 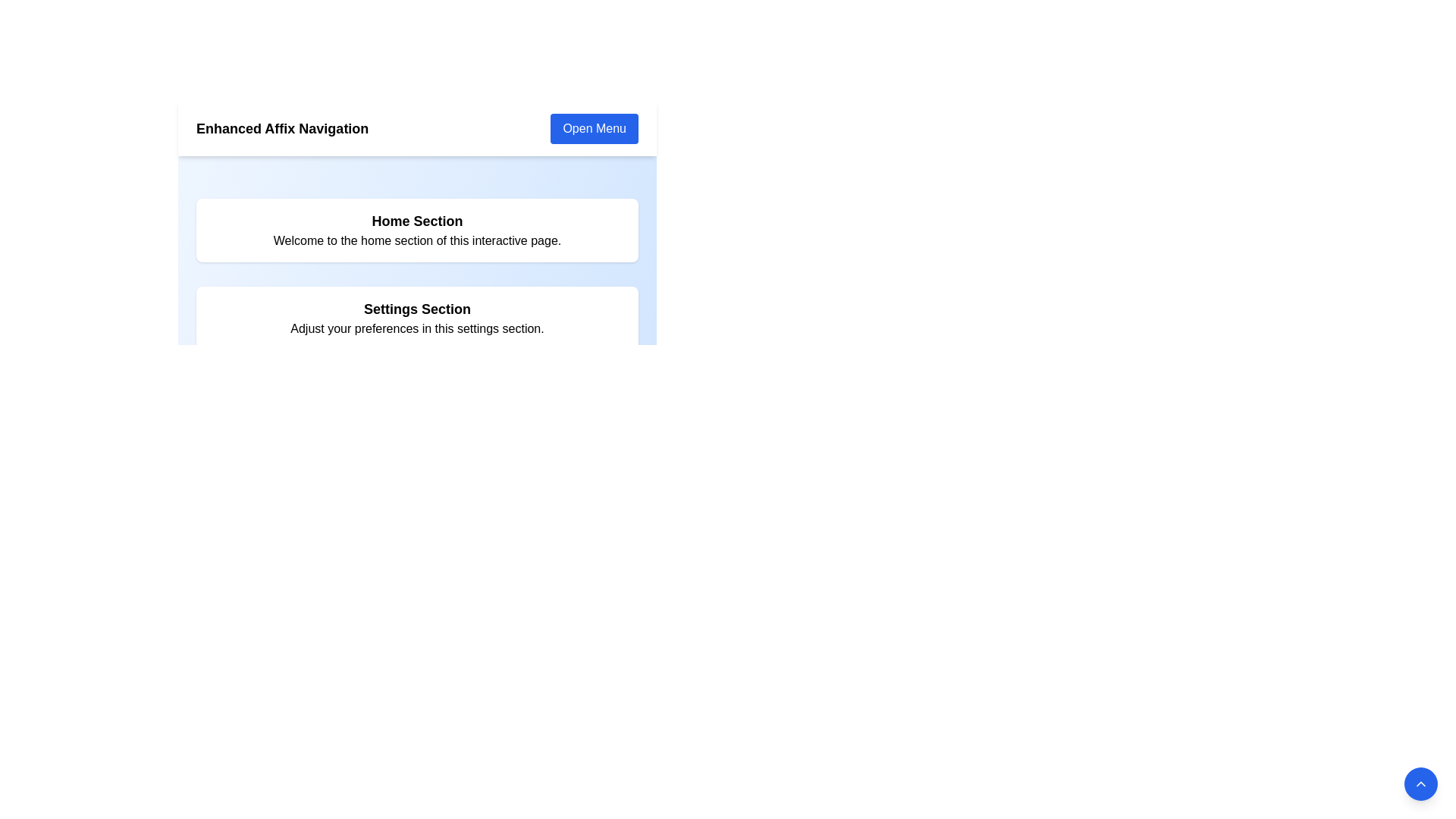 What do you see at coordinates (282, 127) in the screenshot?
I see `the large, bold text label 'Enhanced Affix Navigation' located in the top navigation bar` at bounding box center [282, 127].